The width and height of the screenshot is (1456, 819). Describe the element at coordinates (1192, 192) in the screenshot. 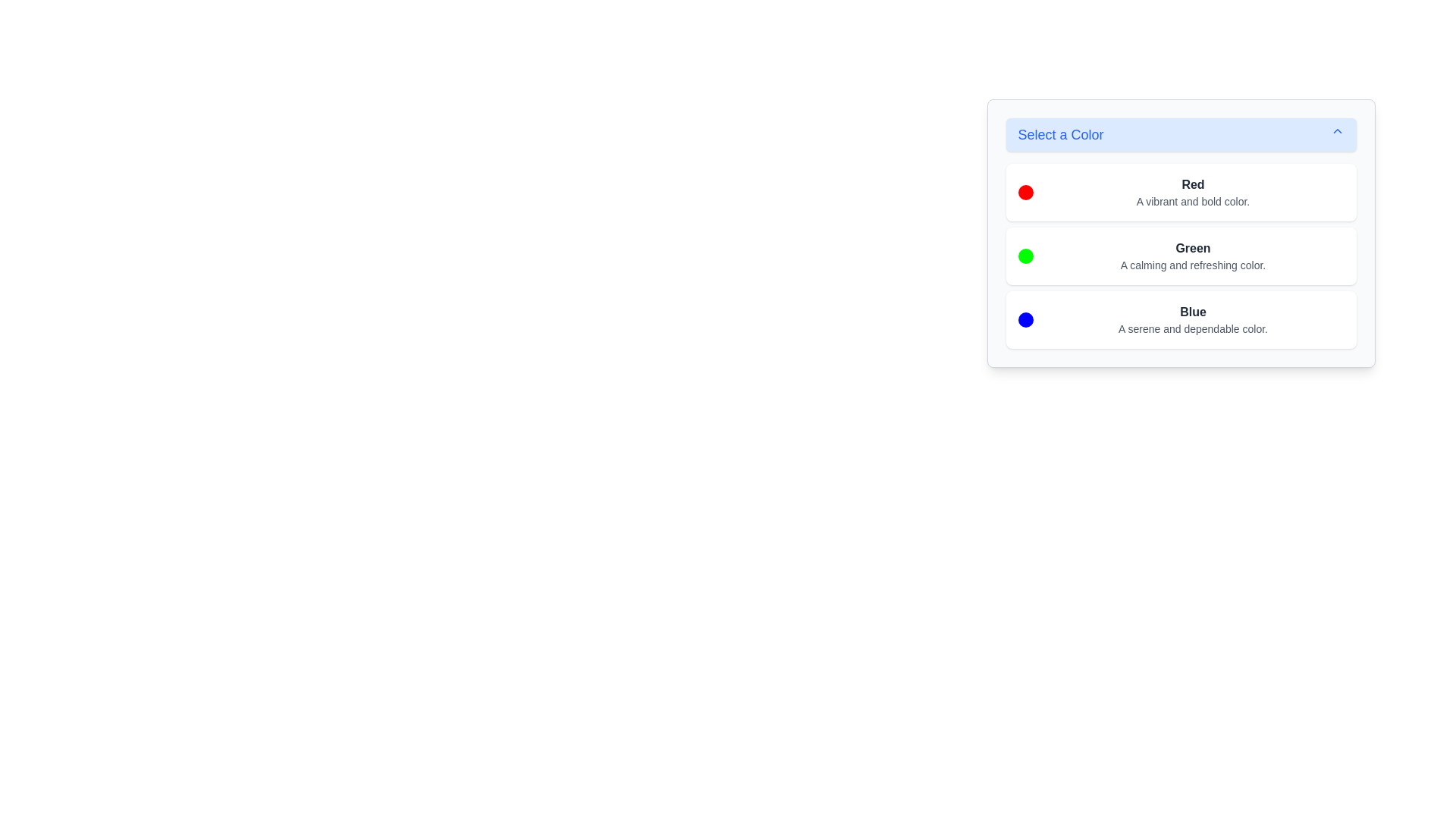

I see `textual description which consists of two lines: 'Red' in bold black font and 'A vibrant and bold color.' in a smaller, lighter font, located within a card in the 'Select a Color' section` at that location.